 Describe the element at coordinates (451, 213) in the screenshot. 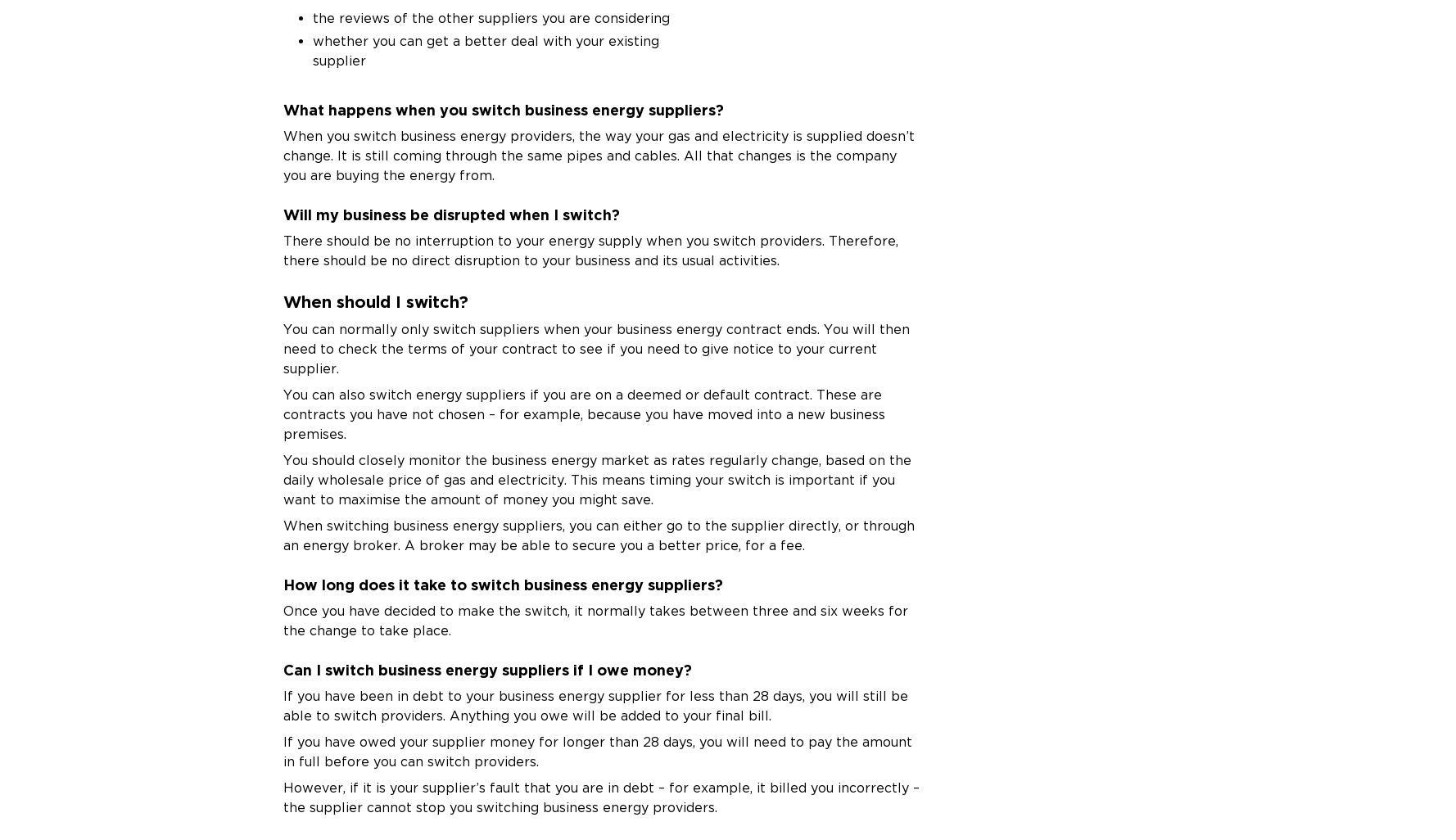

I see `'Will my business be disrupted when I switch?'` at that location.